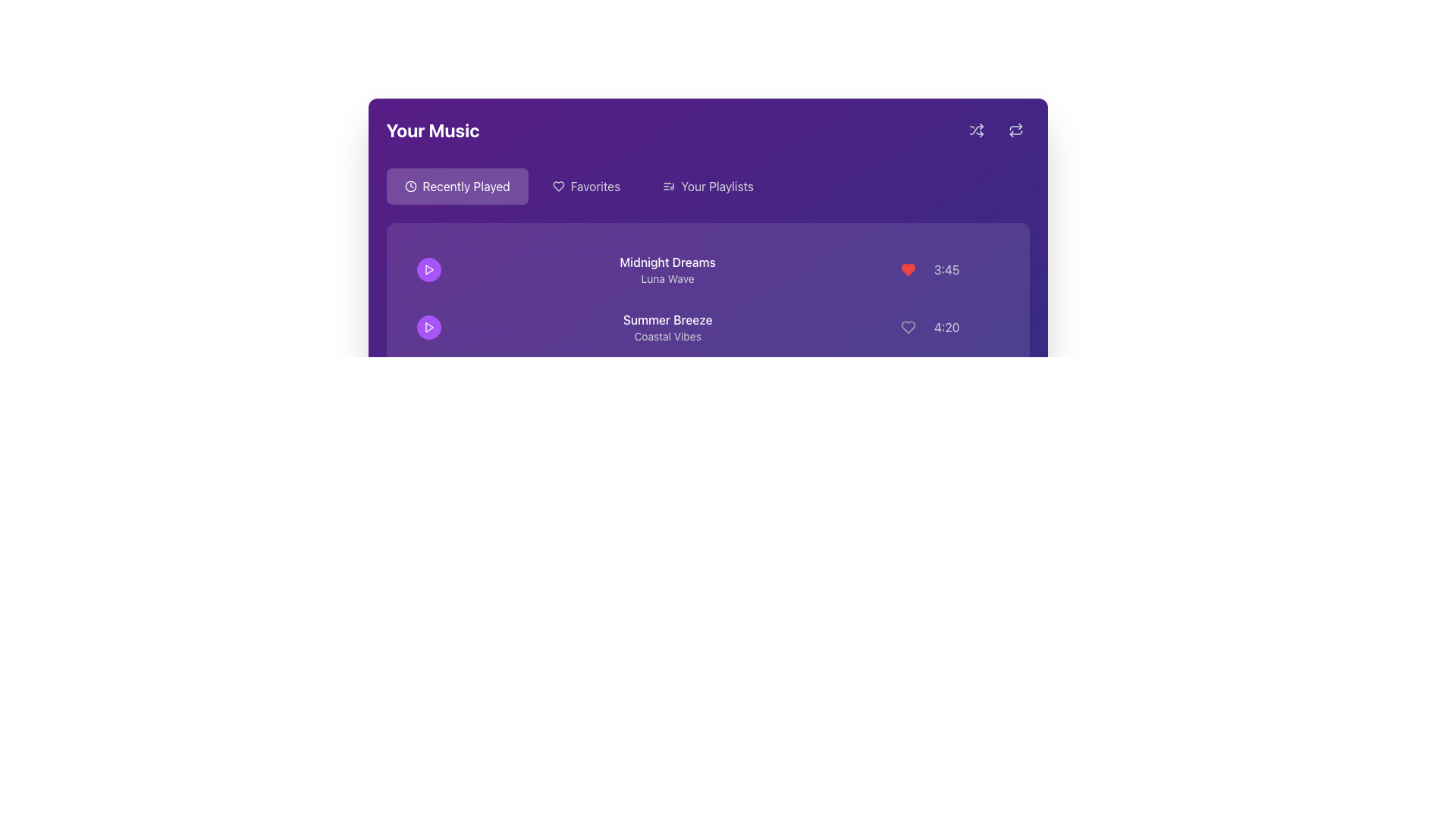  I want to click on the heart icon button located in the first row of the playlist interface, so click(908, 327).